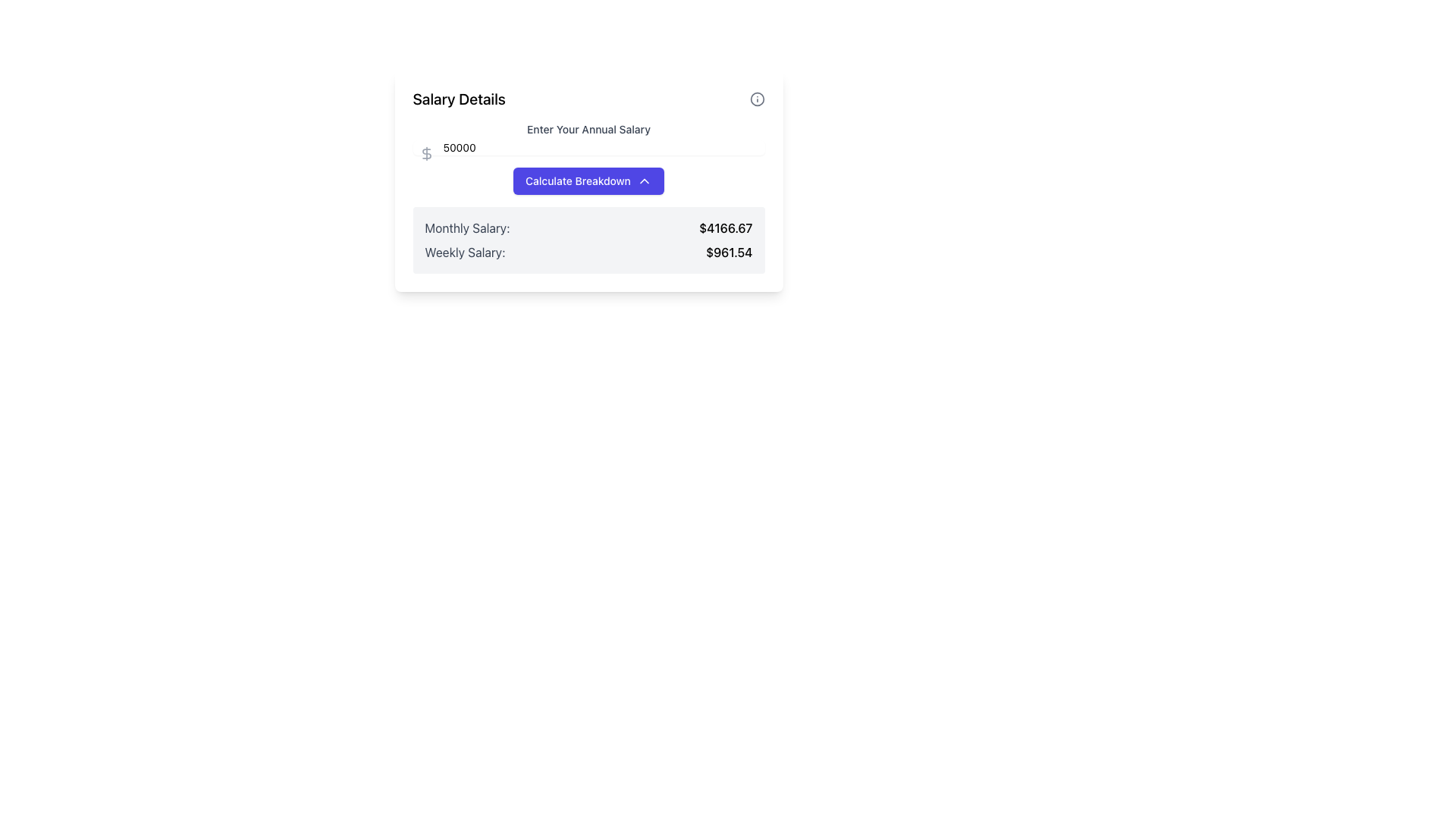 This screenshot has width=1456, height=819. I want to click on the circular element representing the information symbol in the upper-right corner of the 'Salary Details' card, so click(757, 99).